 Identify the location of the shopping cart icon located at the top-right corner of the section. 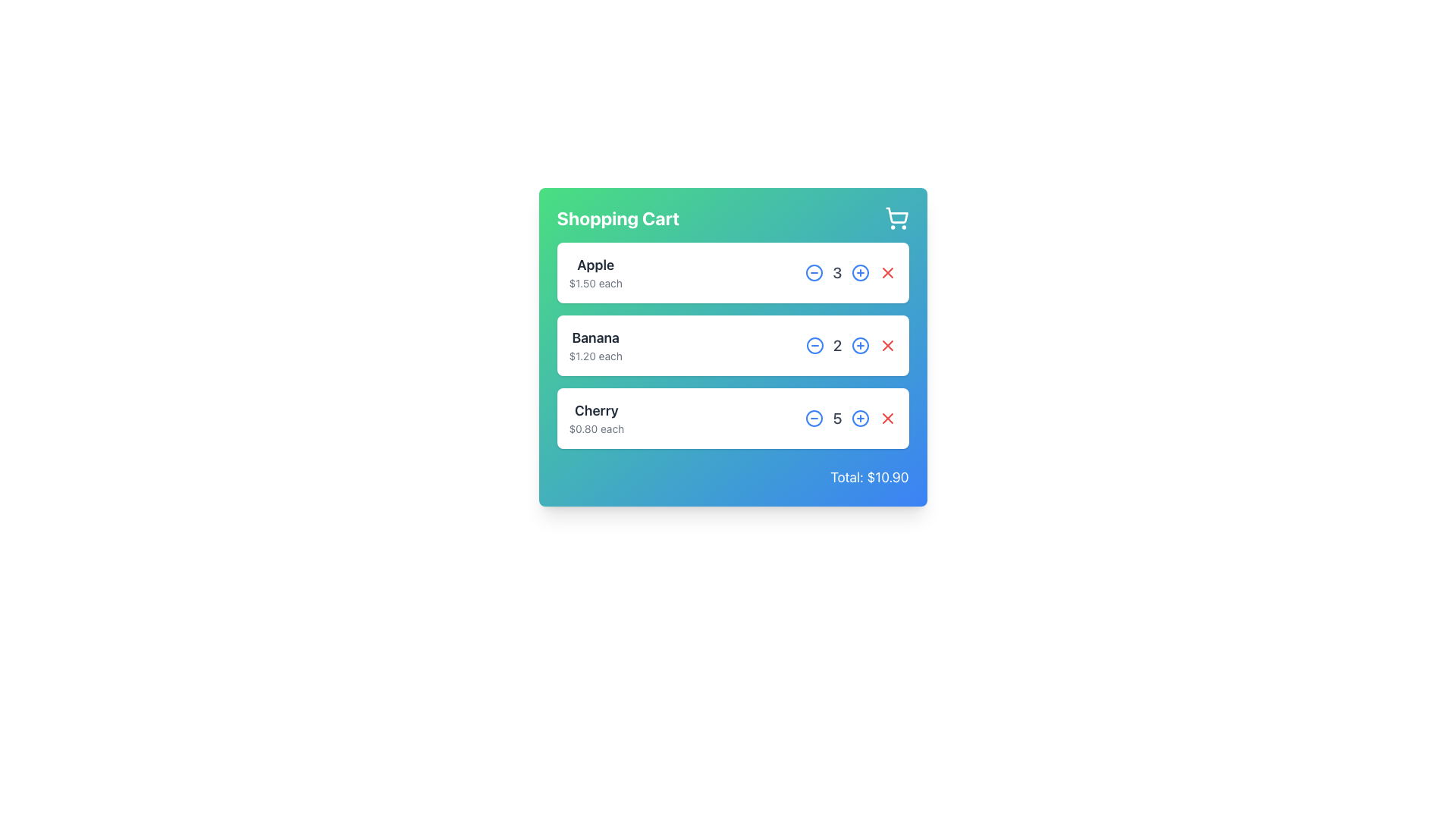
(896, 218).